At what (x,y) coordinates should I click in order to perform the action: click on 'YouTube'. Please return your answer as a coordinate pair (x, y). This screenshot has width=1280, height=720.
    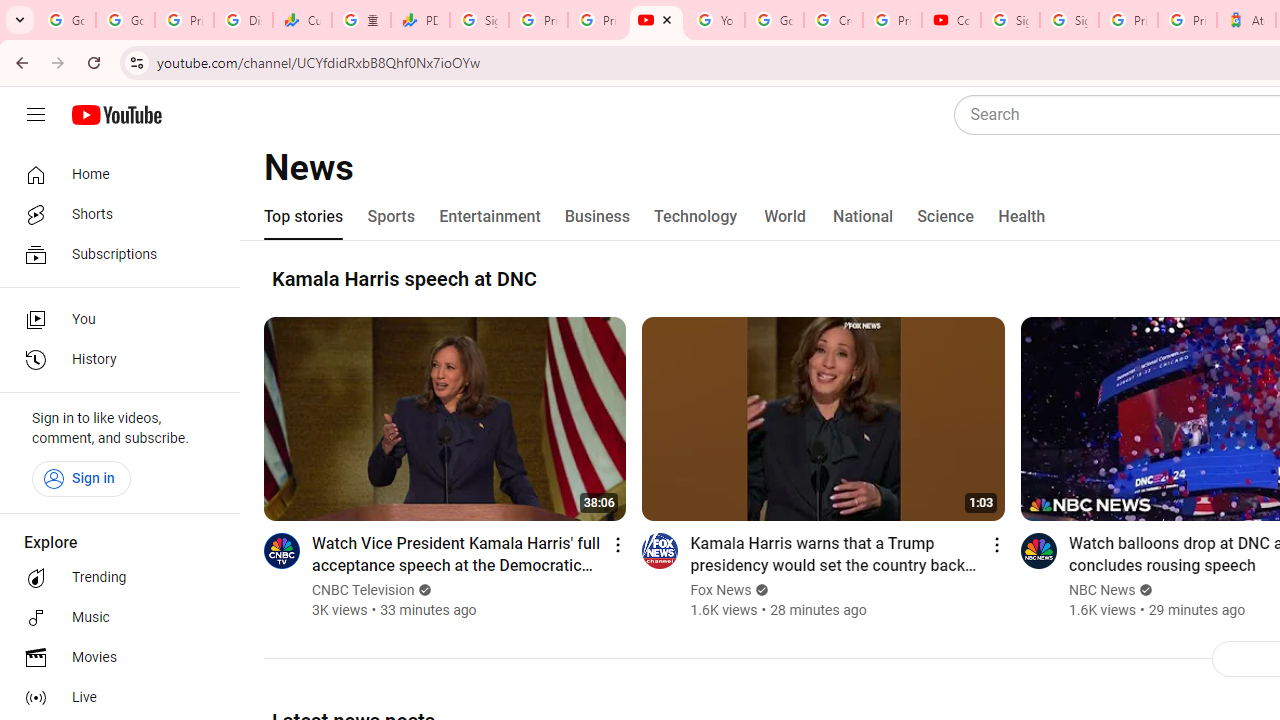
    Looking at the image, I should click on (715, 20).